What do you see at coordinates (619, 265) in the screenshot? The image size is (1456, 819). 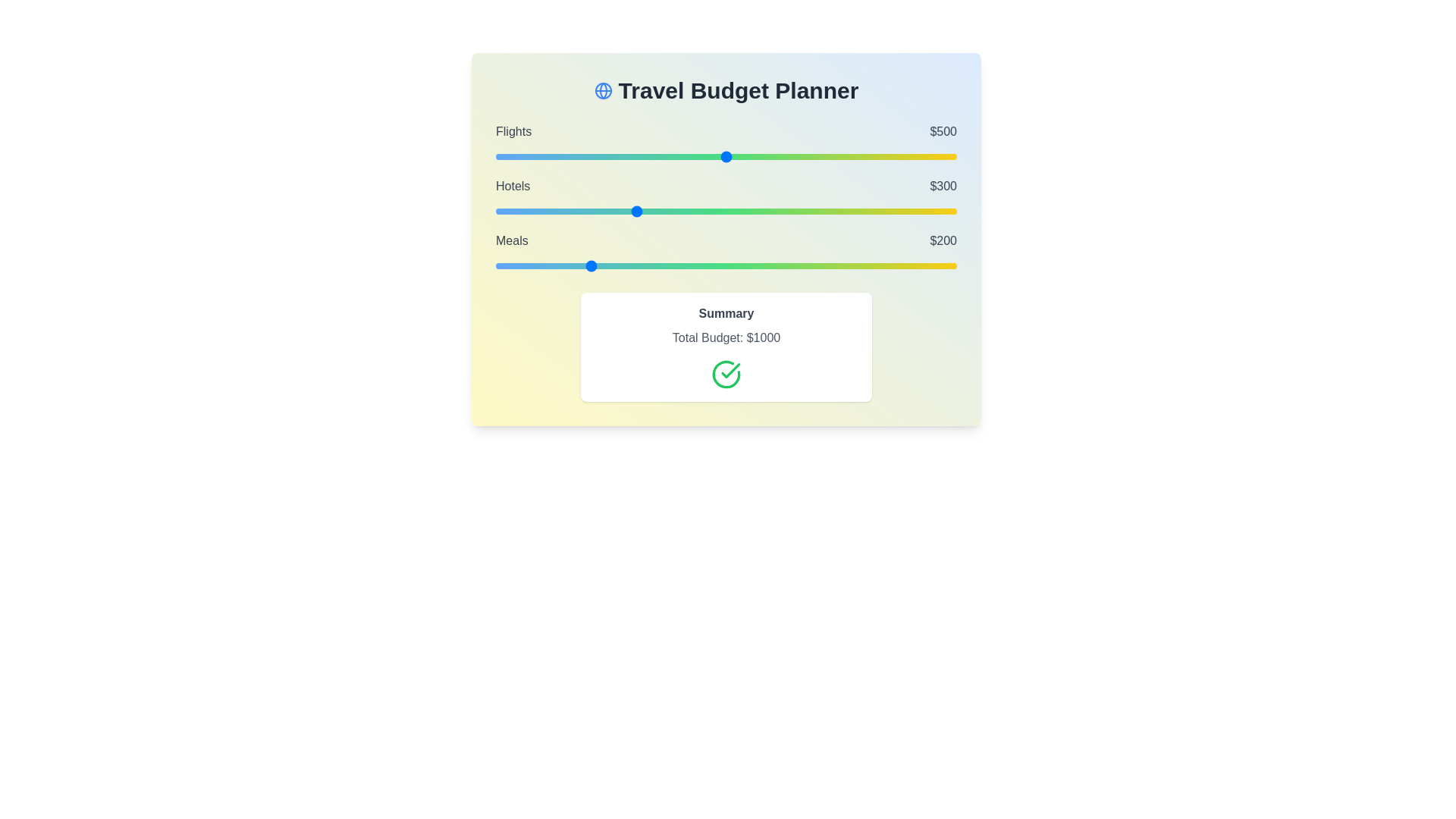 I see `the 'Meals' slider to 267 within the range 0 to 1000` at bounding box center [619, 265].